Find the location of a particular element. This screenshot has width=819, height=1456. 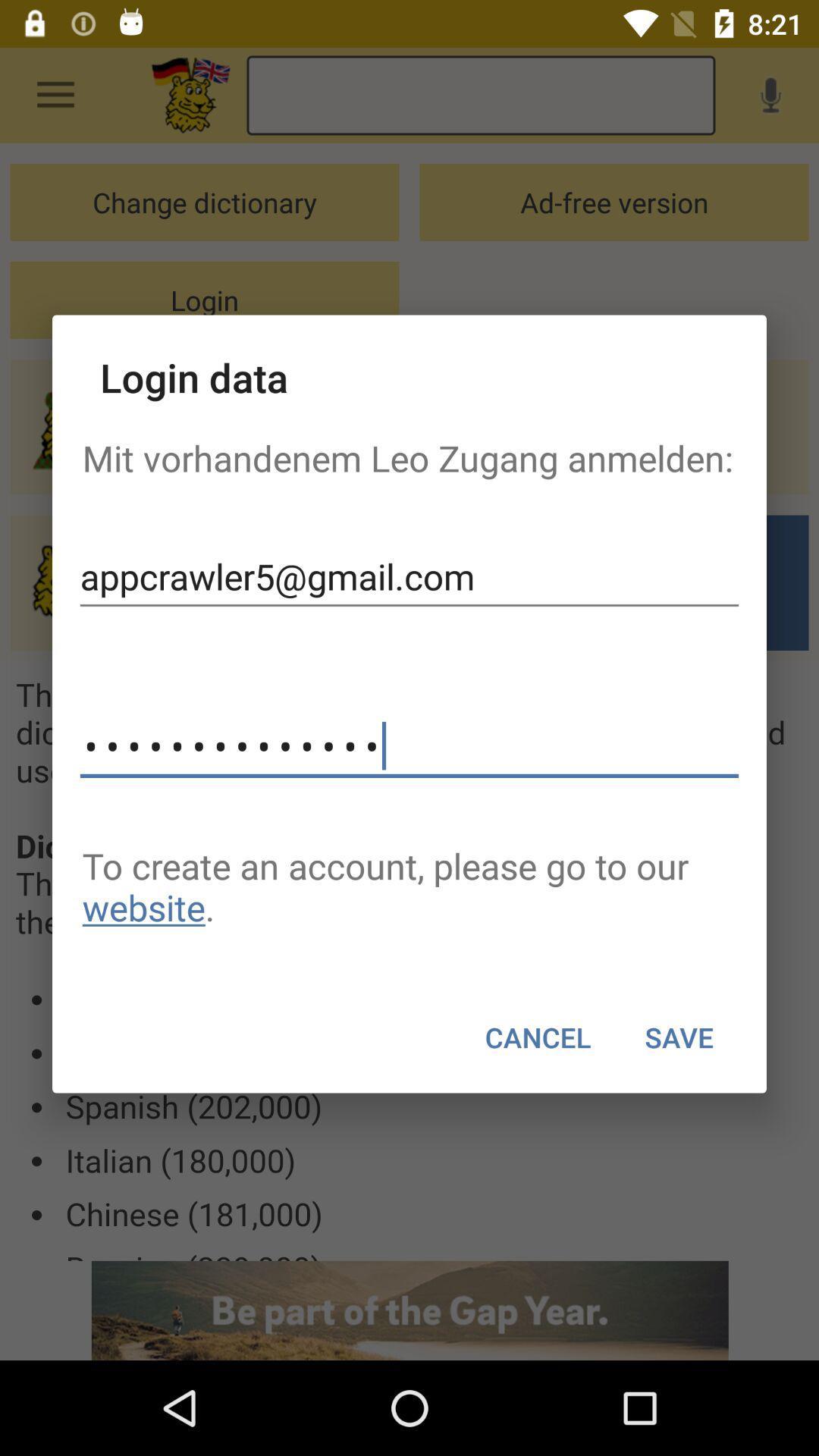

item next to cancel item is located at coordinates (678, 1037).